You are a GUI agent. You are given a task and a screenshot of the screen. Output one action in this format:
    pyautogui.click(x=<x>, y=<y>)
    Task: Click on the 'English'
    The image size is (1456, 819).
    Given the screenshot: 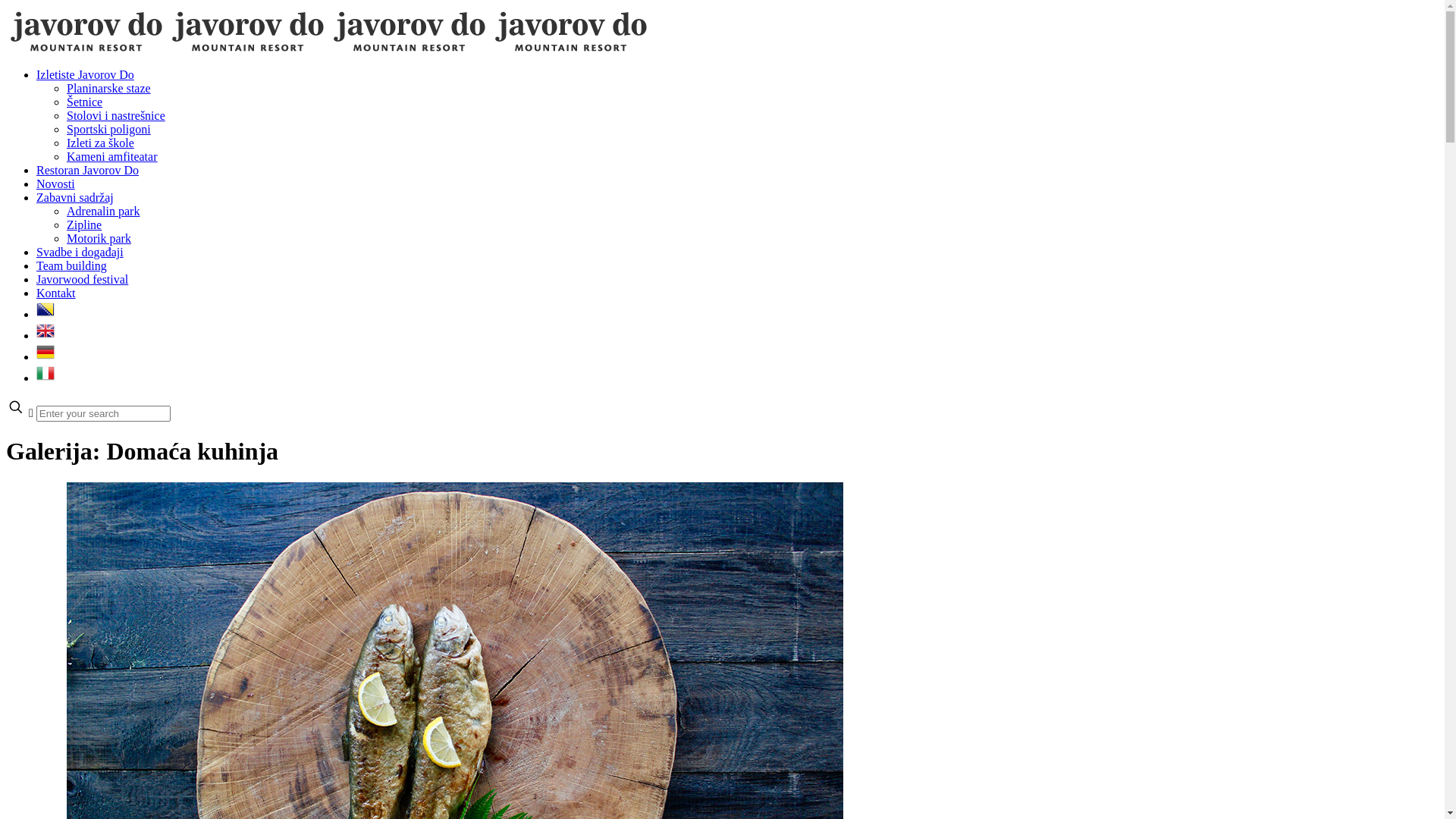 What is the action you would take?
    pyautogui.click(x=45, y=334)
    